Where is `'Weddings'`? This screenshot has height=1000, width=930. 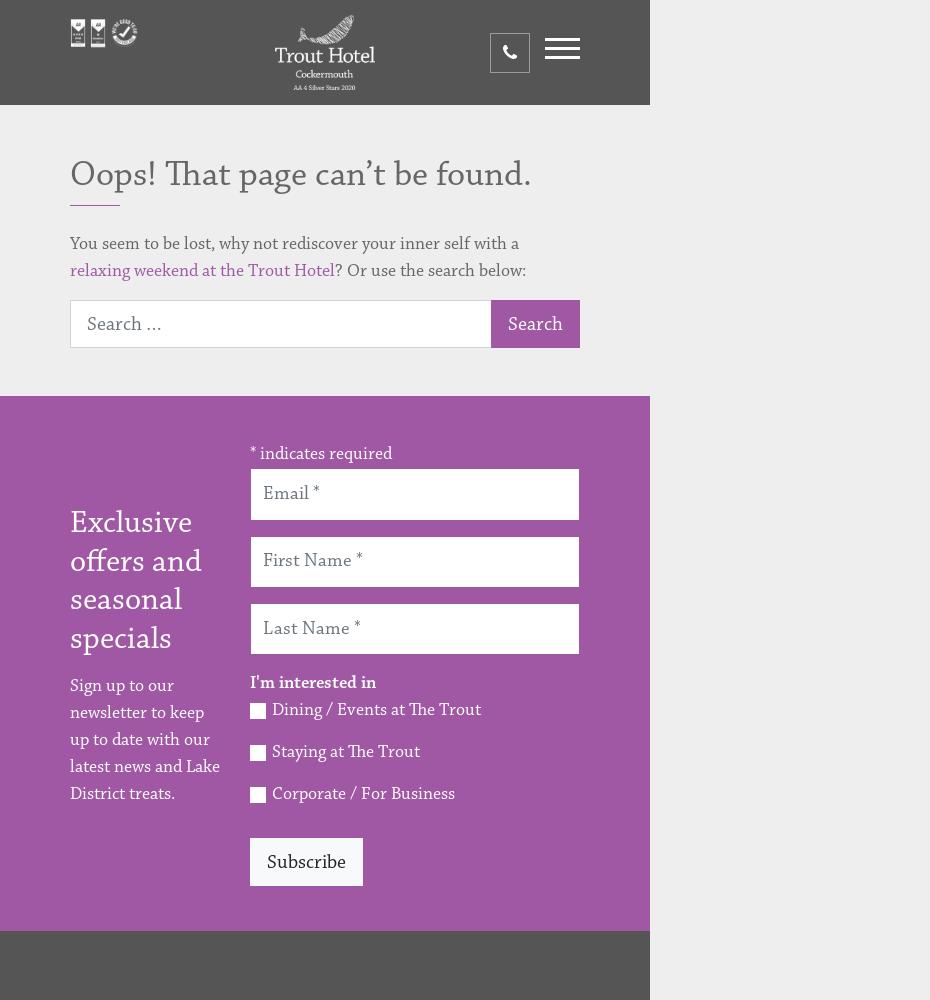 'Weddings' is located at coordinates (664, 483).